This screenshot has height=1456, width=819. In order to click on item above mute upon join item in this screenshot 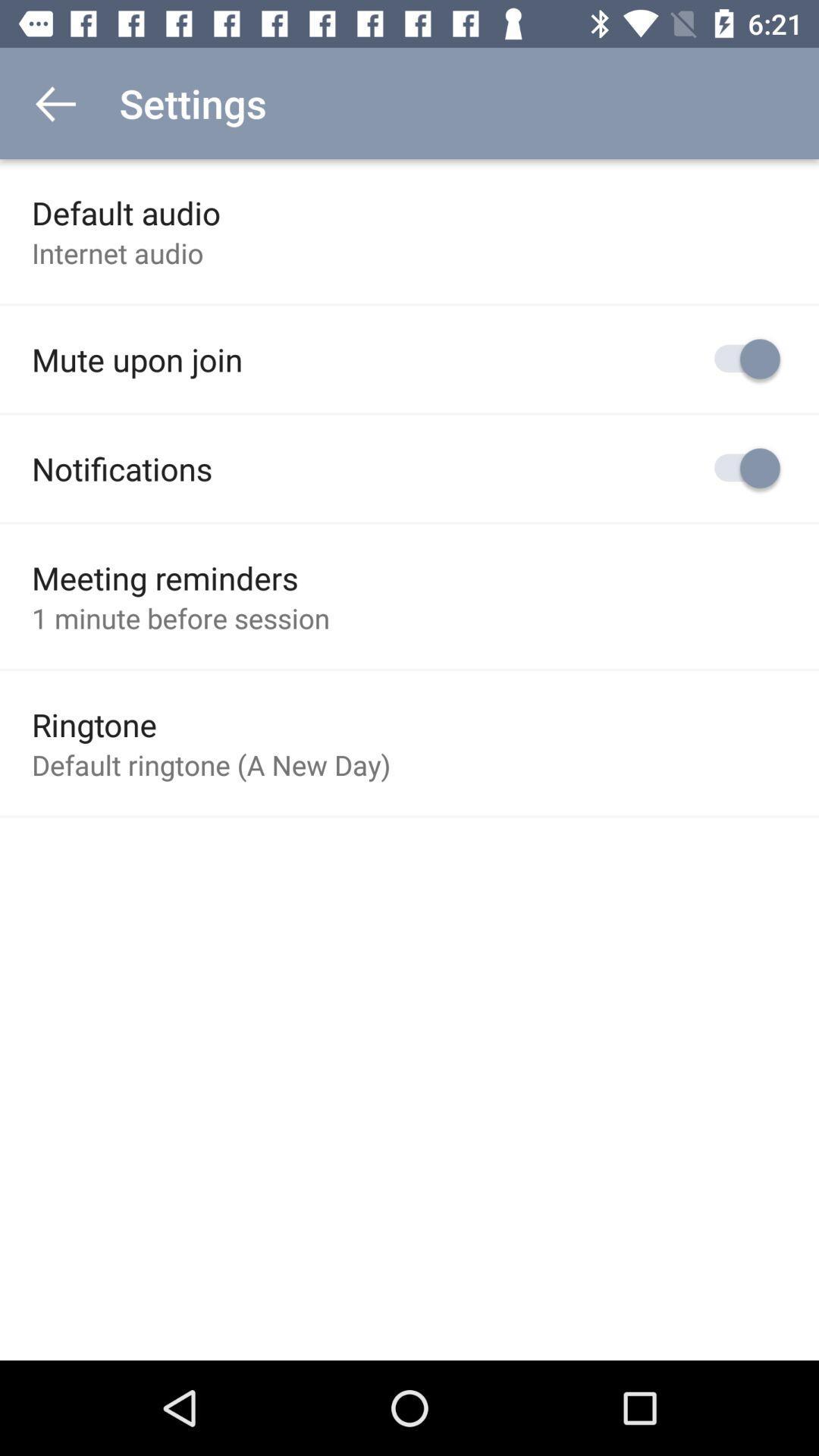, I will do `click(117, 253)`.